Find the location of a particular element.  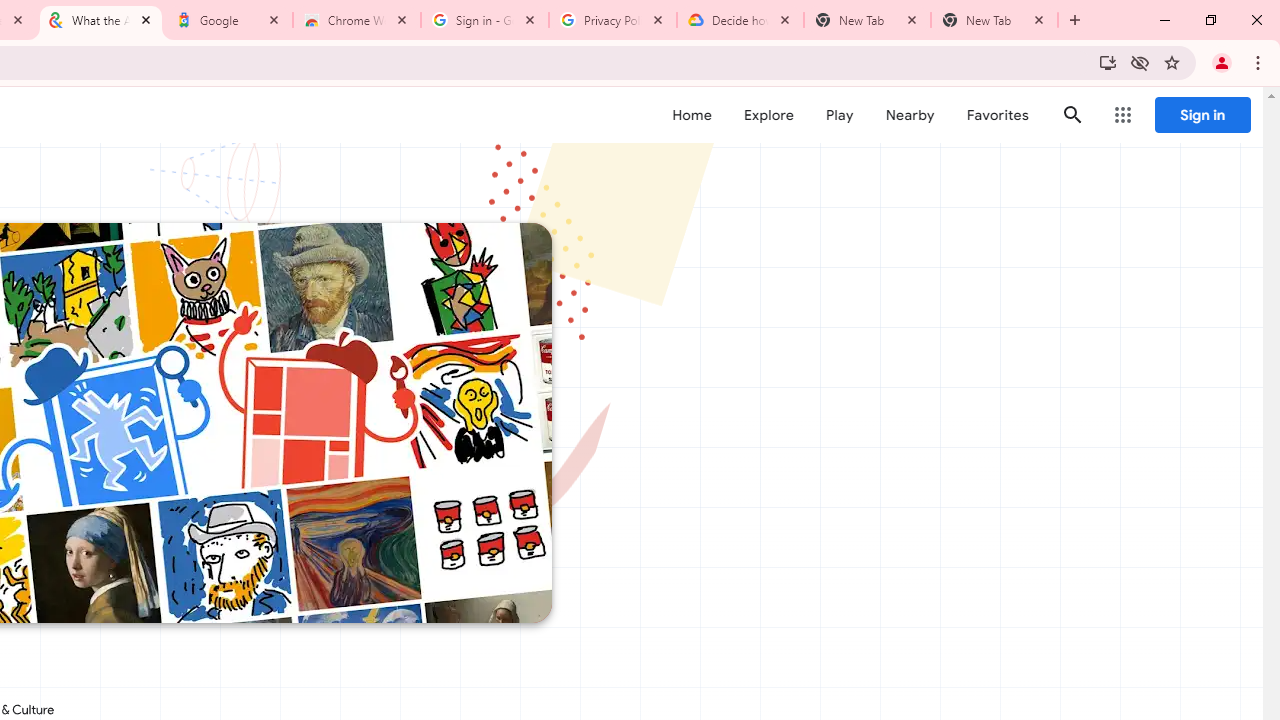

'Bookmark this tab' is located at coordinates (1171, 61).